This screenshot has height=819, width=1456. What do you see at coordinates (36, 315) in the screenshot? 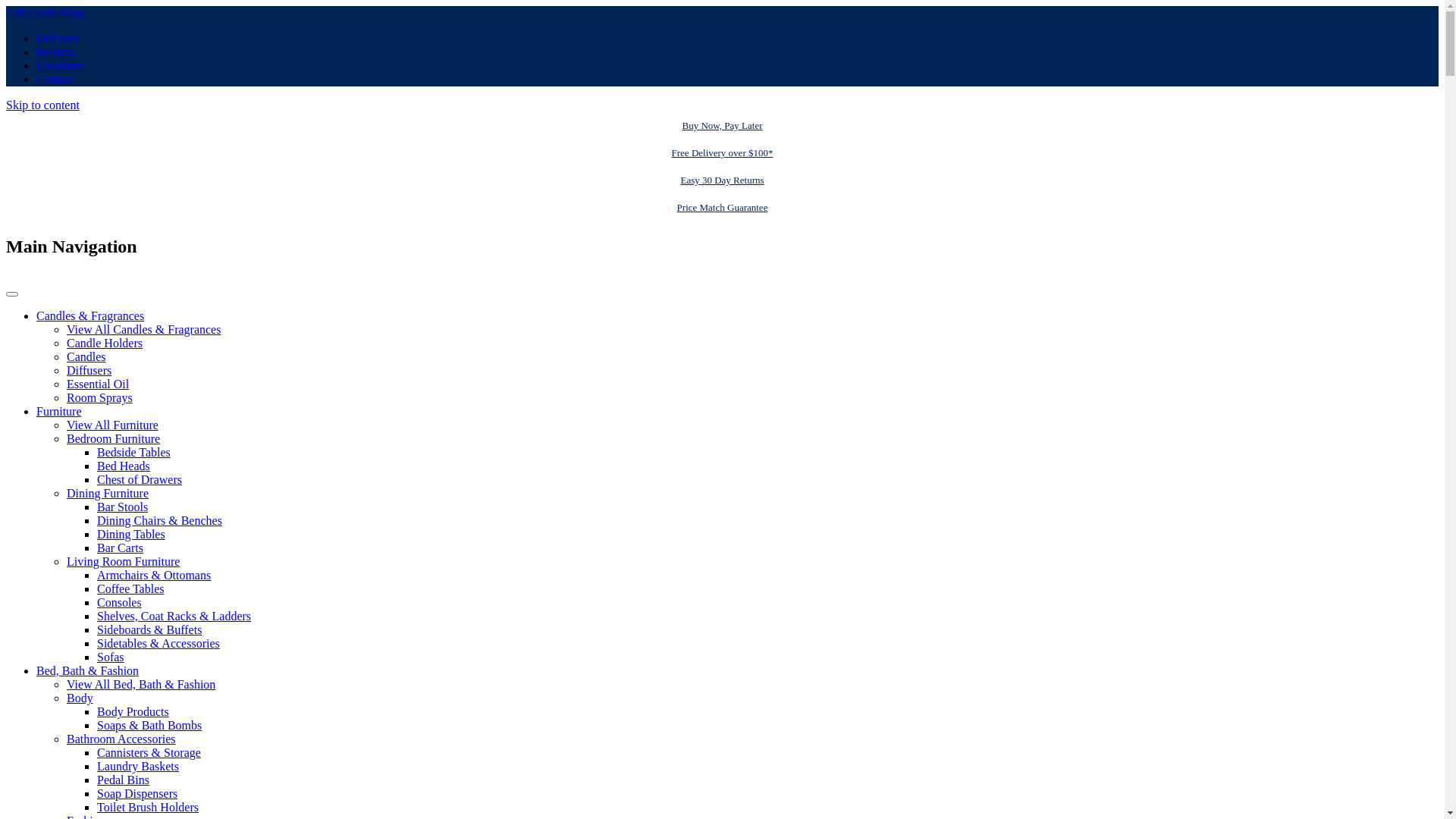
I see `'Candles & Fragrances'` at bounding box center [36, 315].